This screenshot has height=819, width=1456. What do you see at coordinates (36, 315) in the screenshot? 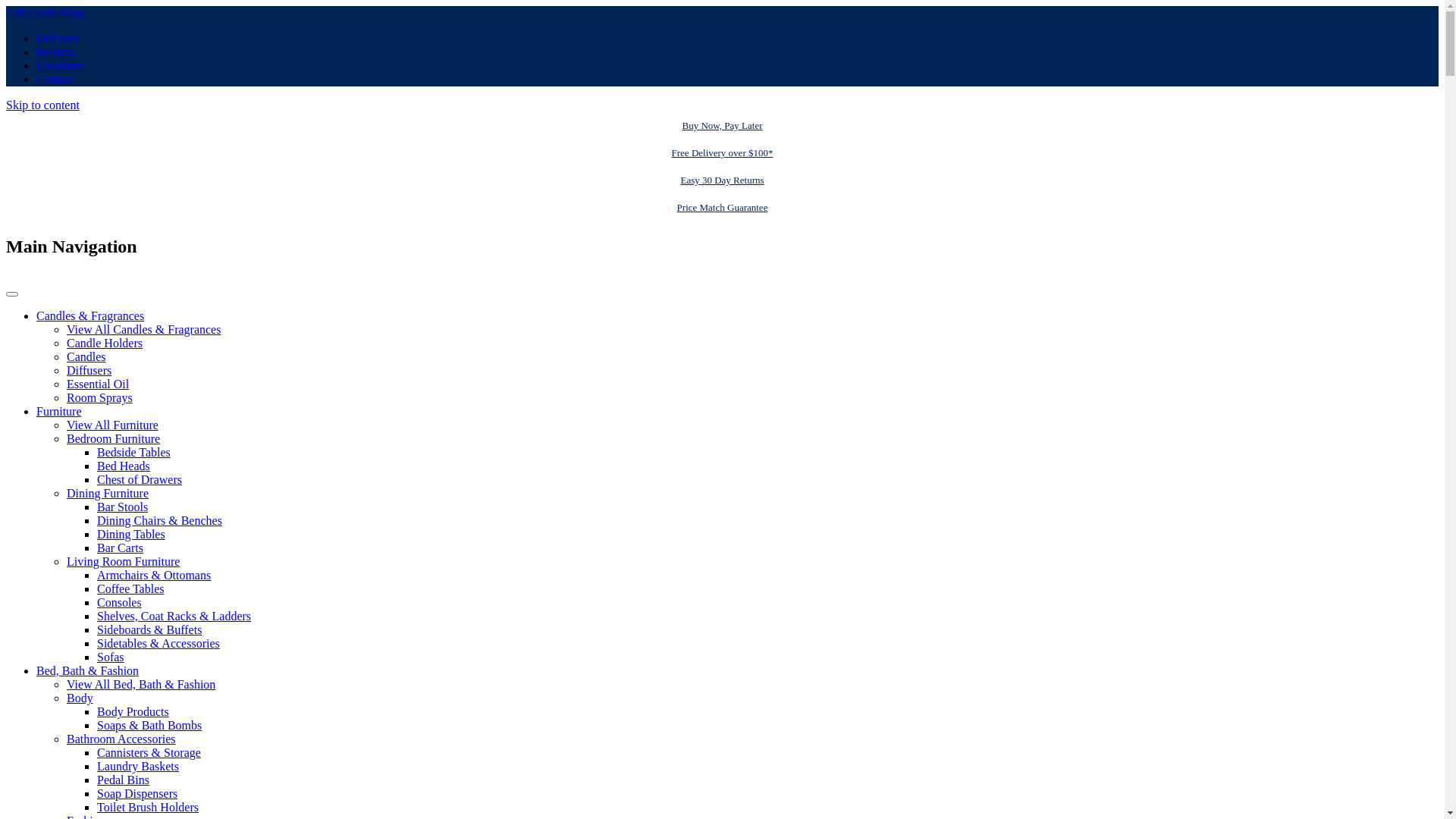
I see `'Candles & Fragrances'` at bounding box center [36, 315].